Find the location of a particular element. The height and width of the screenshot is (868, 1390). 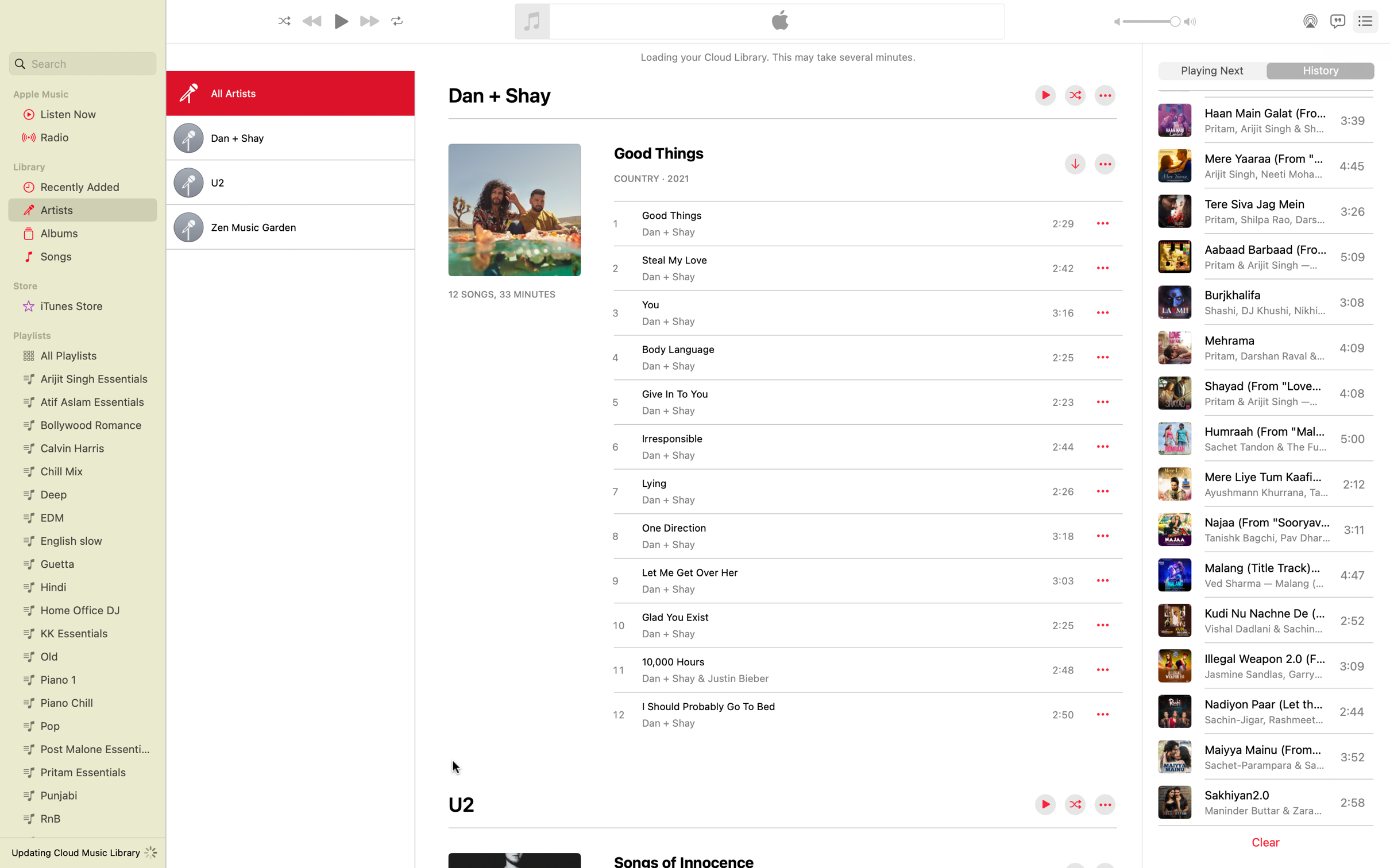

Play the next song in the queue is located at coordinates (1212, 71).